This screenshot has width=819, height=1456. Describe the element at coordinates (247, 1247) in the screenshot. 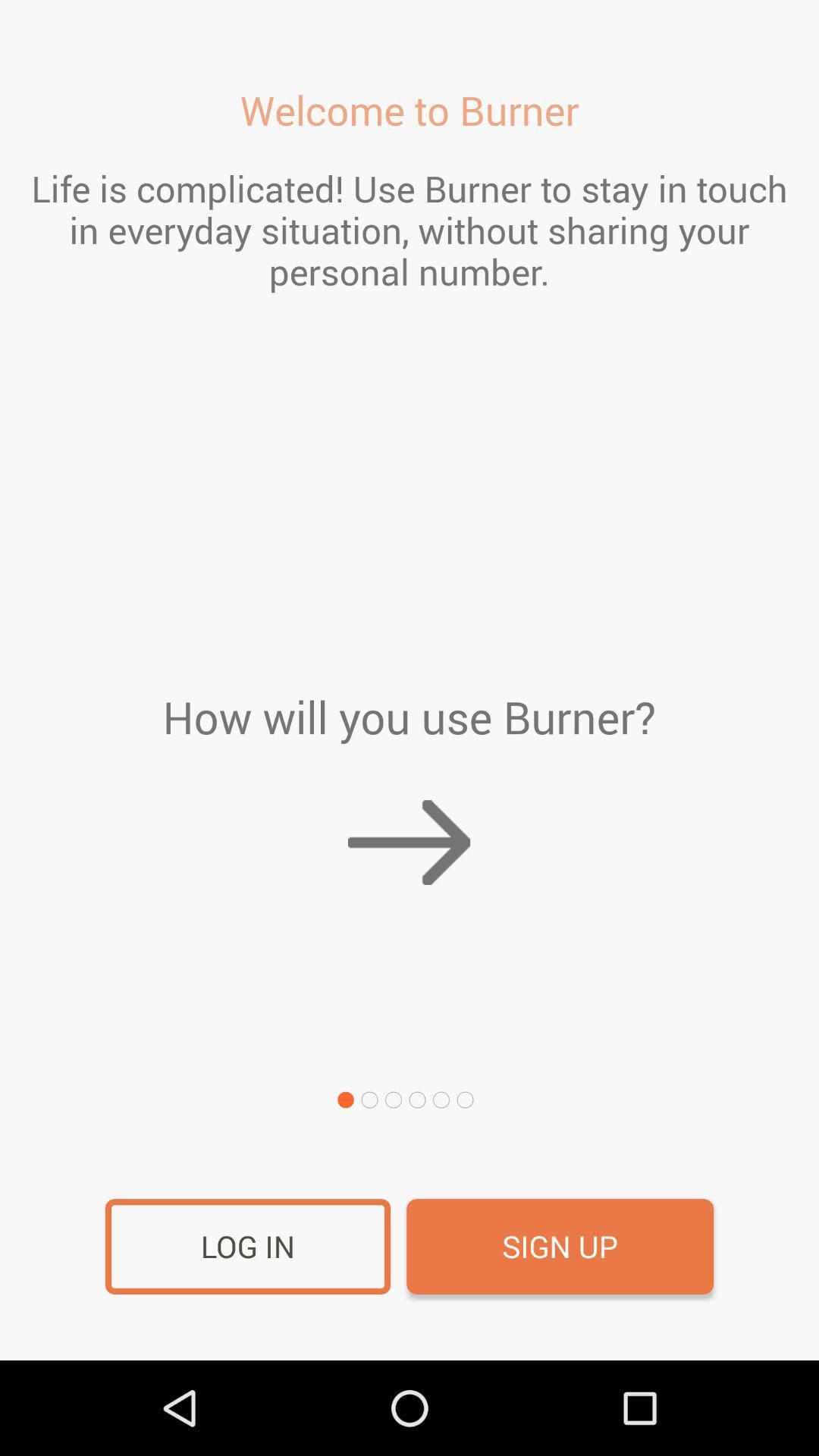

I see `icon at the bottom left corner` at that location.